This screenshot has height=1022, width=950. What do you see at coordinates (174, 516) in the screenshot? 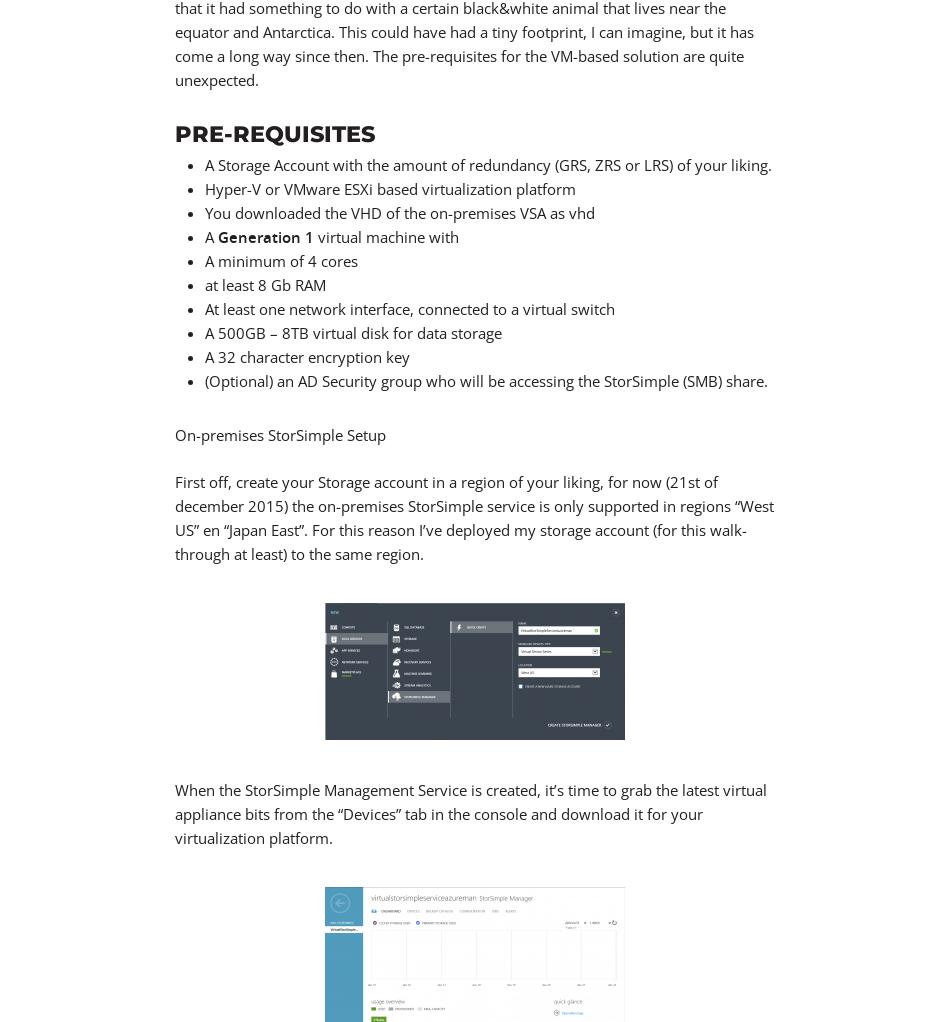
I see `'First off, create your Storage account in a region of your liking, for now (21st of december 2015) the on-premises StorSimple service is only supported in regions “West US” en “Japan East”. For this reason I’ve deployed my storage account (for this walk-through at least) to the same region.'` at bounding box center [174, 516].